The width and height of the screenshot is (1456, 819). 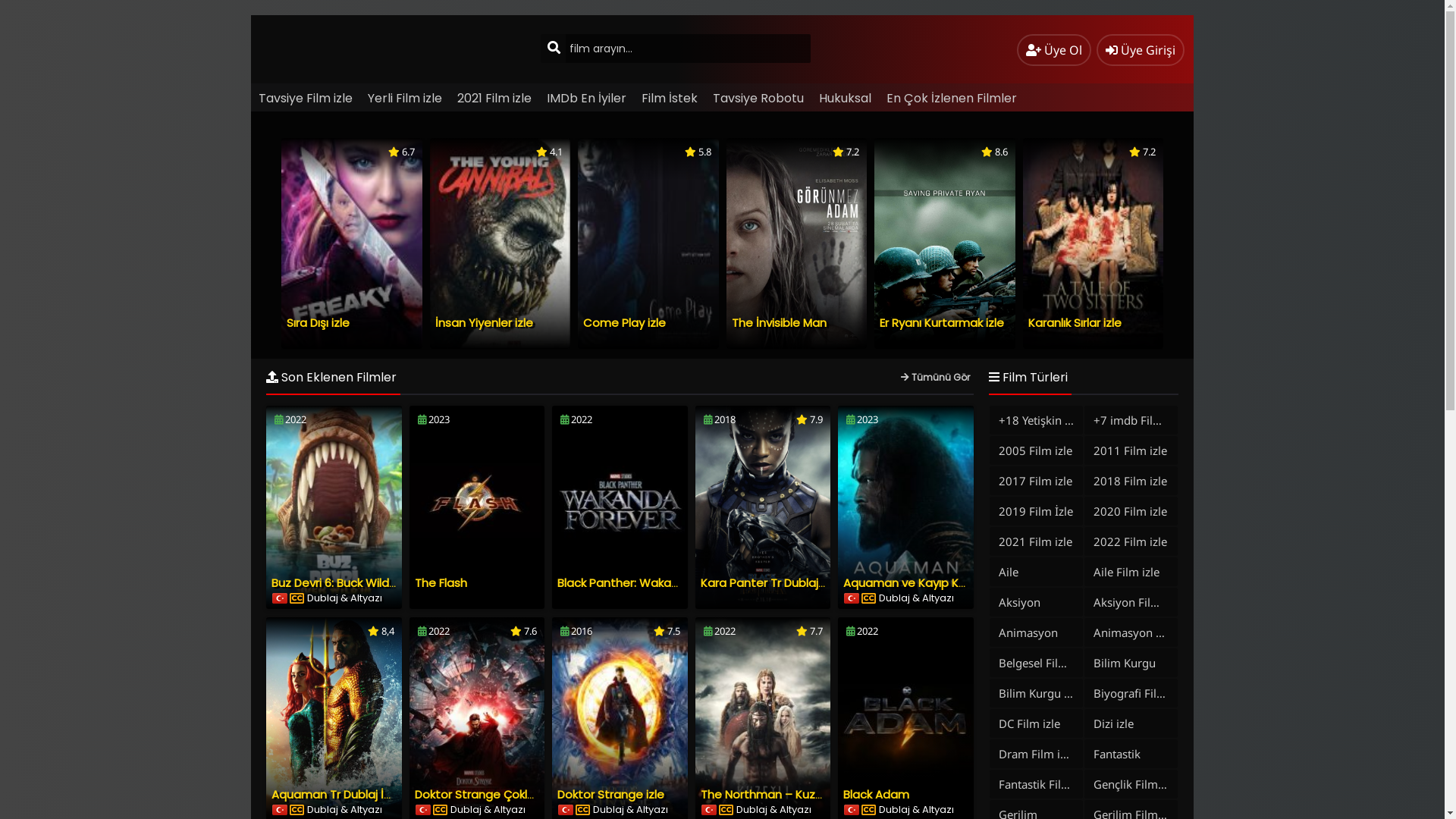 I want to click on 'Belgesel Film izle', so click(x=1035, y=662).